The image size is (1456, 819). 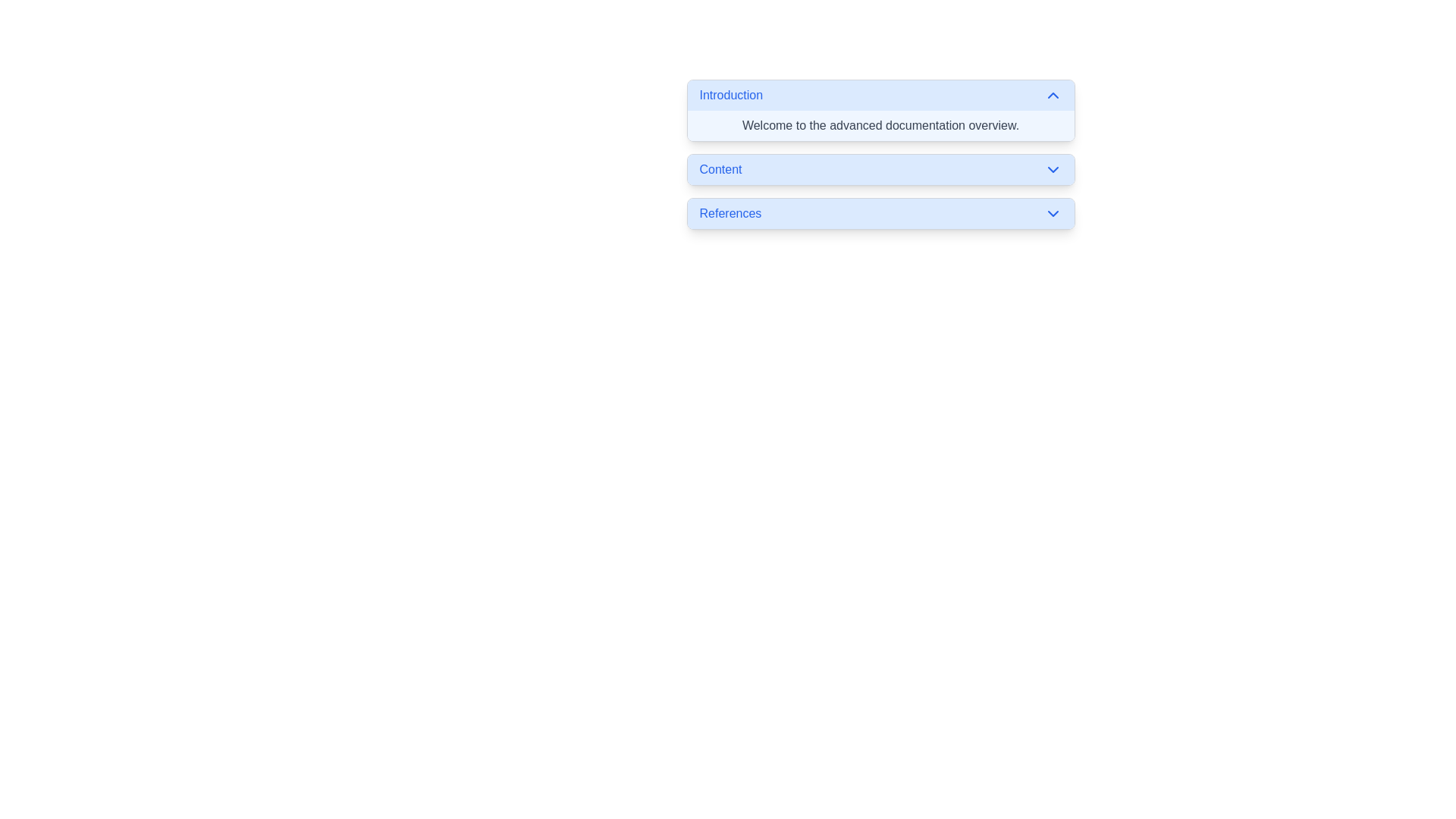 What do you see at coordinates (720, 169) in the screenshot?
I see `the text label displaying 'Content'` at bounding box center [720, 169].